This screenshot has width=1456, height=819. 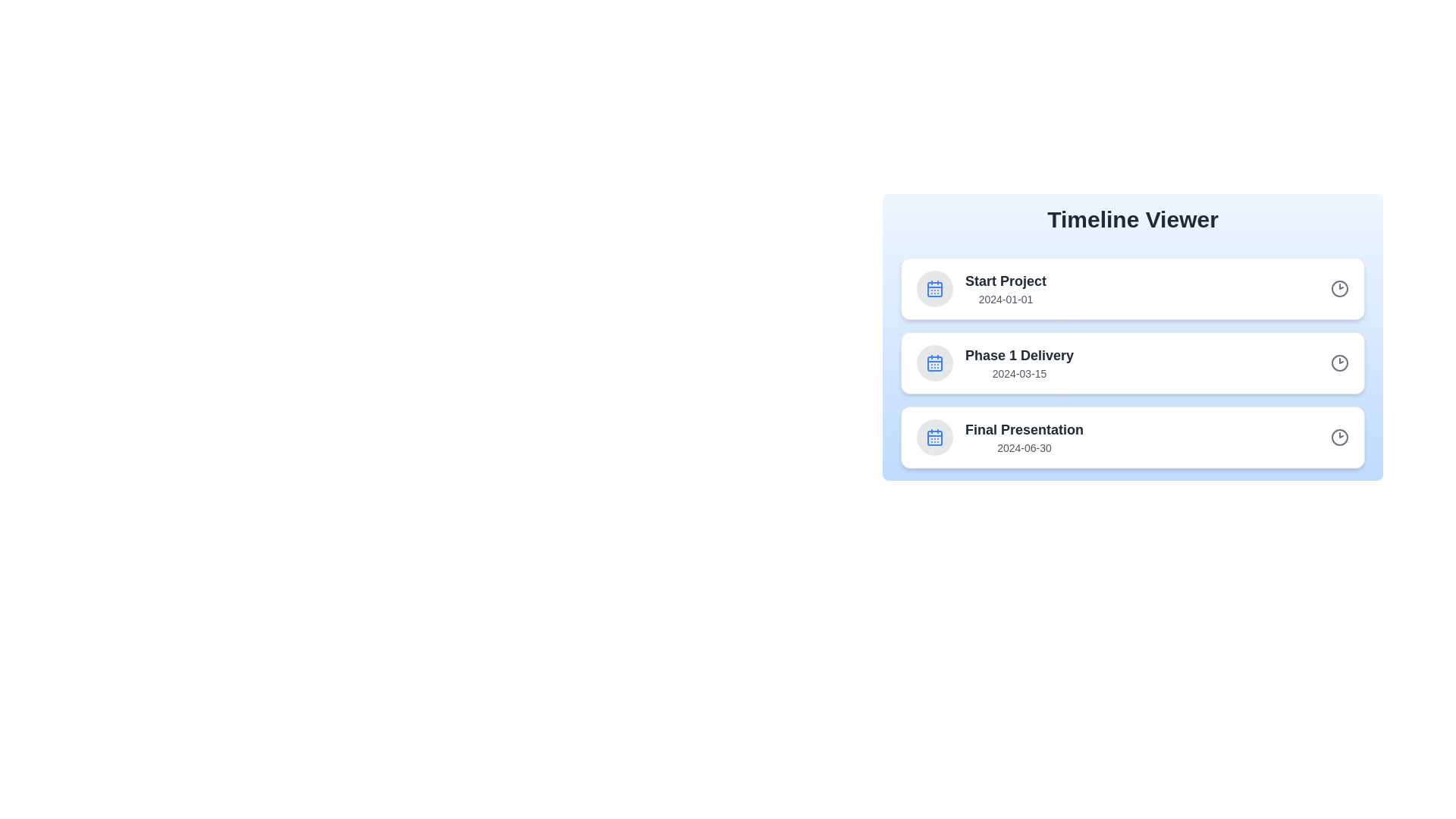 What do you see at coordinates (1019, 356) in the screenshot?
I see `the text label displaying 'Phase 1 Delivery', which is prominently styled in bold and larger font within the Timeline Viewer section` at bounding box center [1019, 356].